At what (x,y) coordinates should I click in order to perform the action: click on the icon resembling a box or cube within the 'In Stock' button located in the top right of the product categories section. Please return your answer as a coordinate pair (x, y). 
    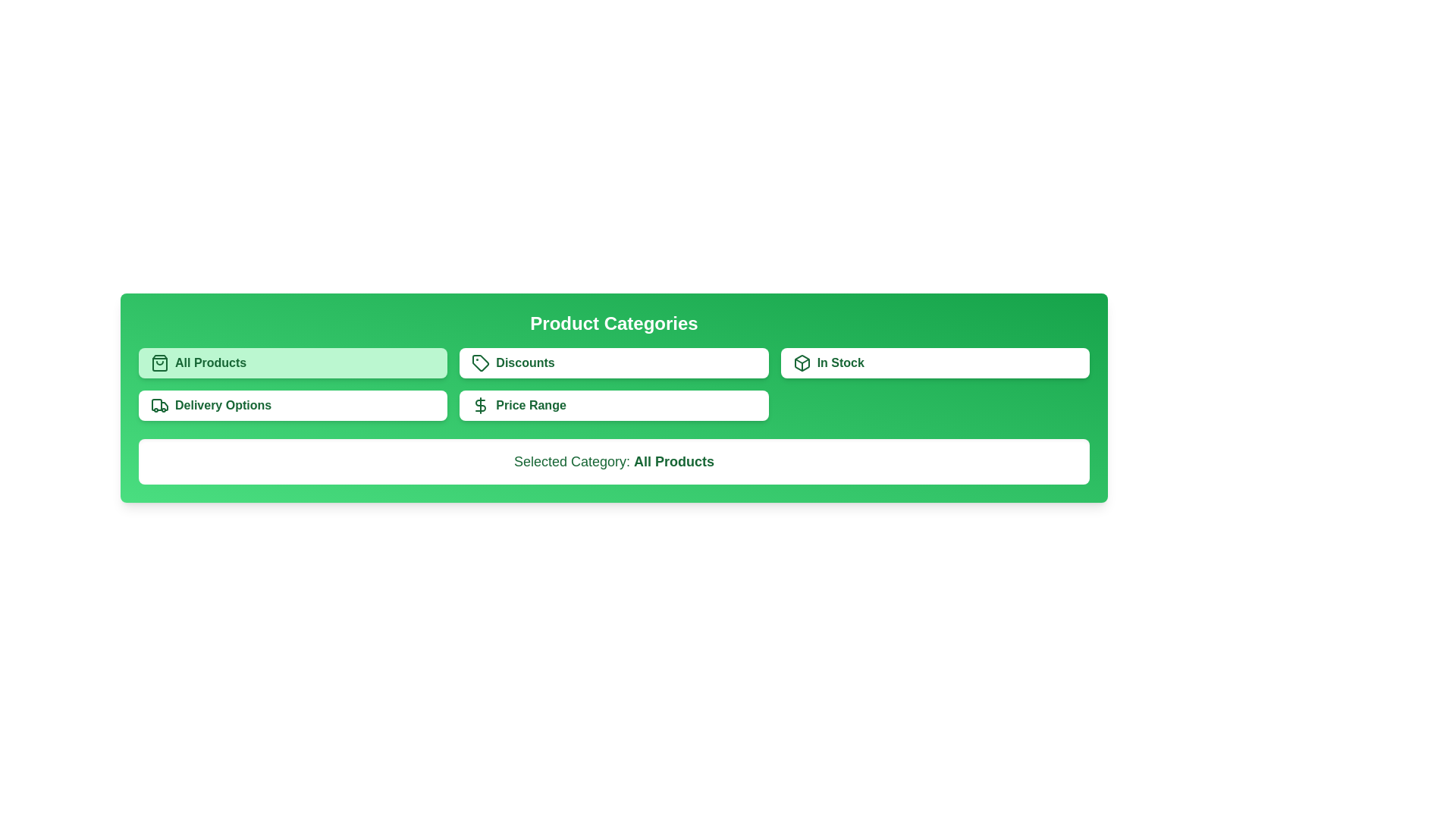
    Looking at the image, I should click on (801, 362).